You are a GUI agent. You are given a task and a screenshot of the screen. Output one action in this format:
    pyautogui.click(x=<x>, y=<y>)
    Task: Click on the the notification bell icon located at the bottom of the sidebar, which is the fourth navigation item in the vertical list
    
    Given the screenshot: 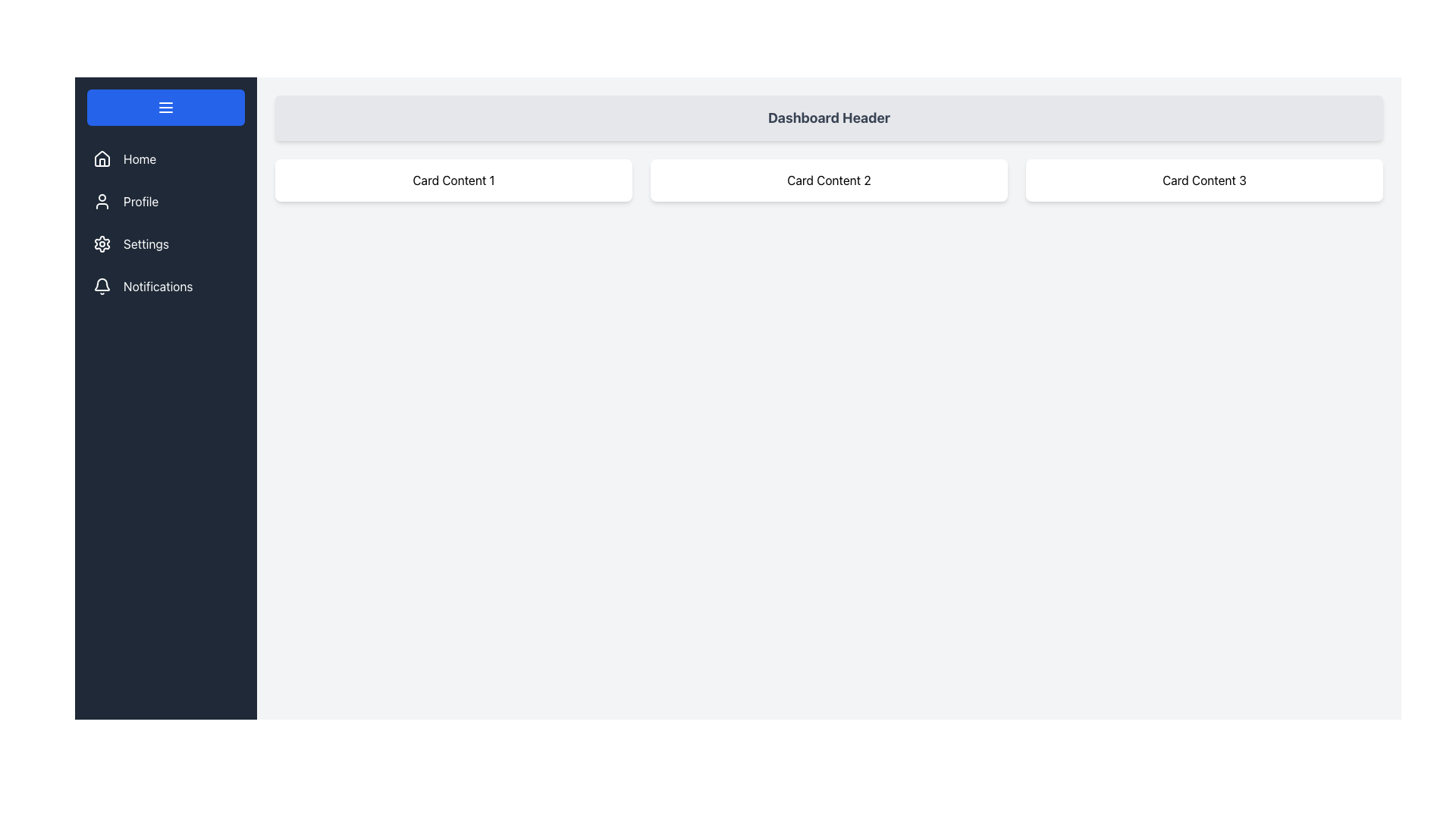 What is the action you would take?
    pyautogui.click(x=101, y=284)
    